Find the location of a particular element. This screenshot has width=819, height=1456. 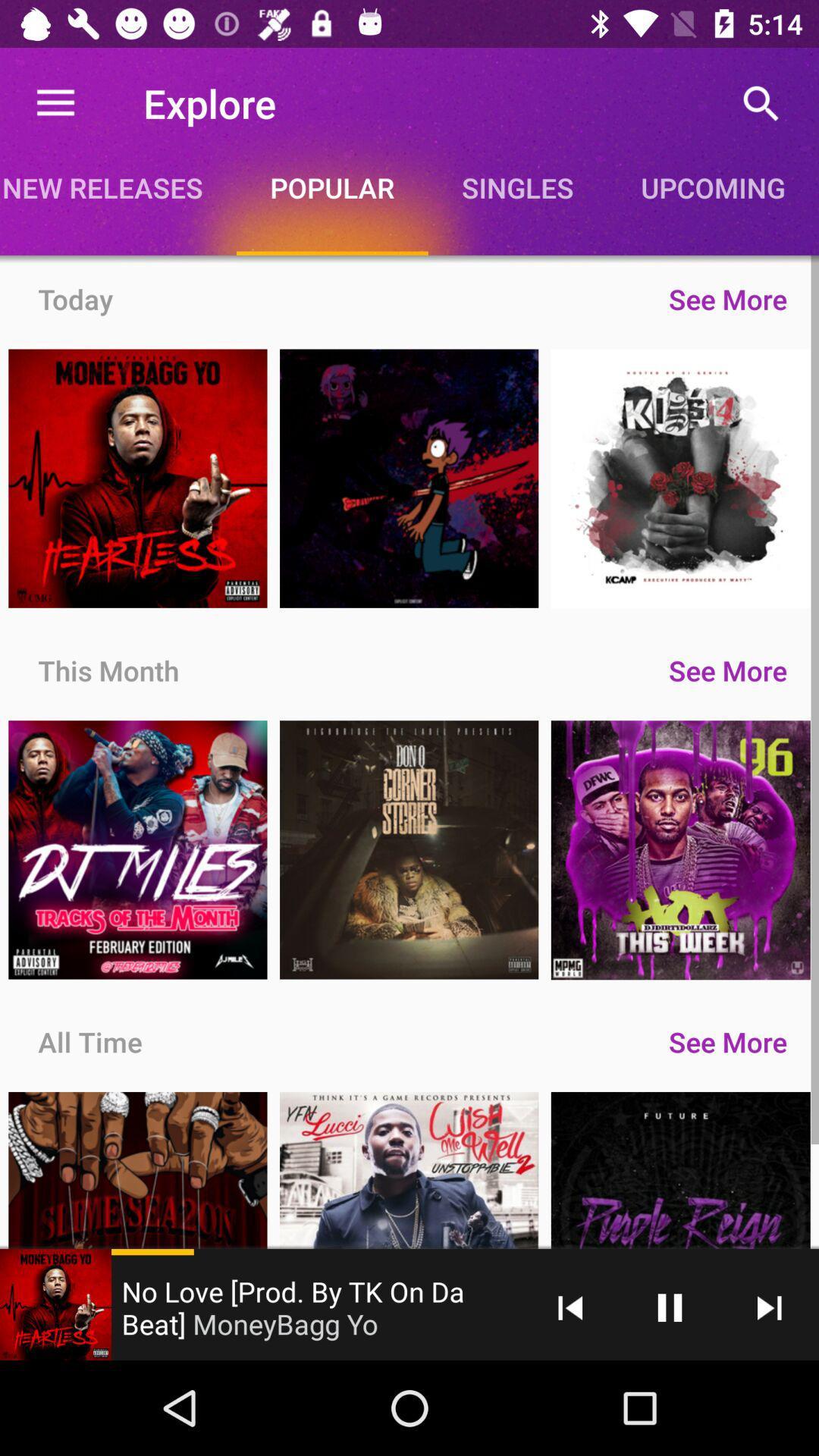

the app to the left of popular is located at coordinates (117, 187).